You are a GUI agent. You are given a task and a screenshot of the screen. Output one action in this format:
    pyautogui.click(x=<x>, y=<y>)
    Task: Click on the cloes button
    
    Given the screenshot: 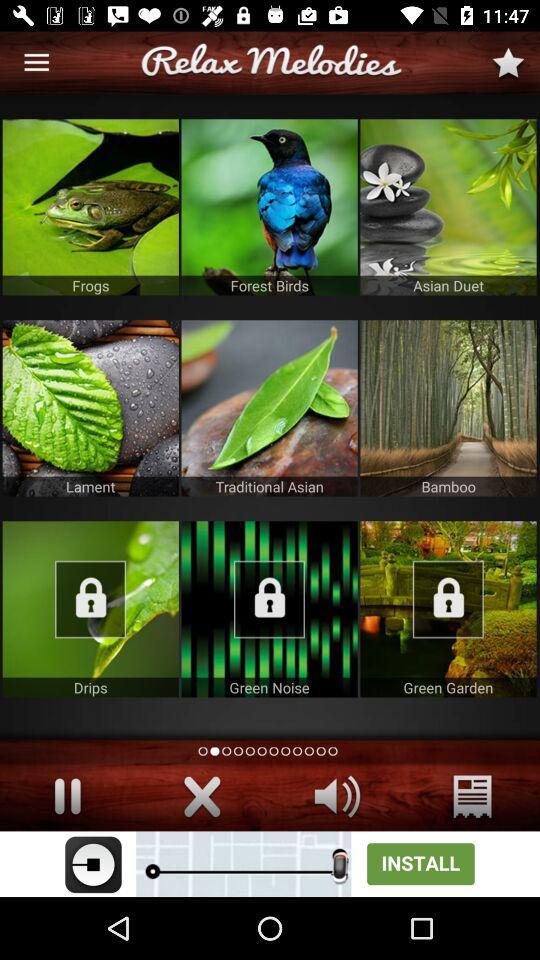 What is the action you would take?
    pyautogui.click(x=202, y=796)
    